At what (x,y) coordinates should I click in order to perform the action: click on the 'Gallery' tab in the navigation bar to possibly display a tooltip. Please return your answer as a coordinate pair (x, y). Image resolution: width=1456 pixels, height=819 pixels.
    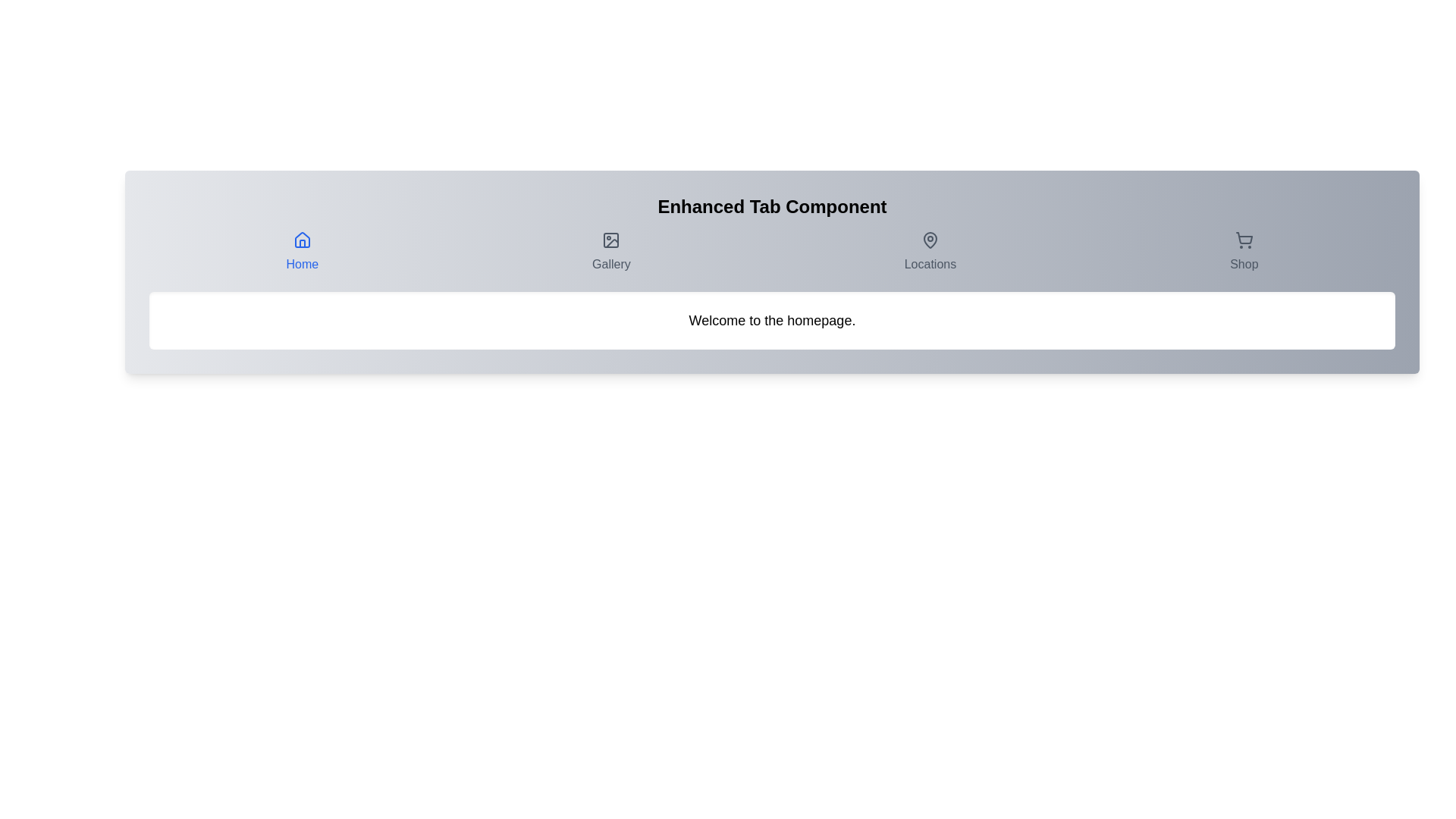
    Looking at the image, I should click on (611, 251).